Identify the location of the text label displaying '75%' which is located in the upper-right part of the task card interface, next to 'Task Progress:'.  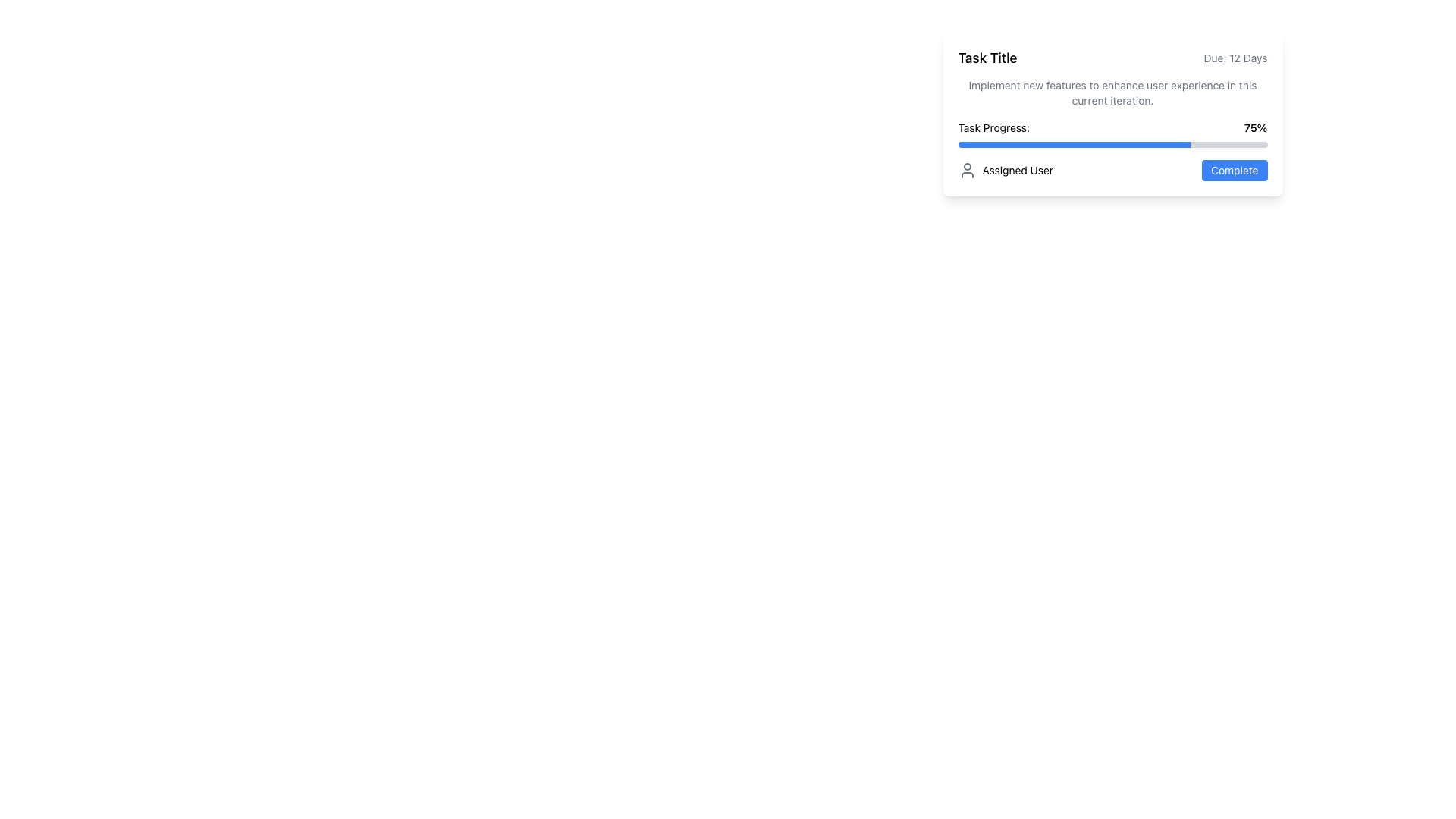
(1256, 127).